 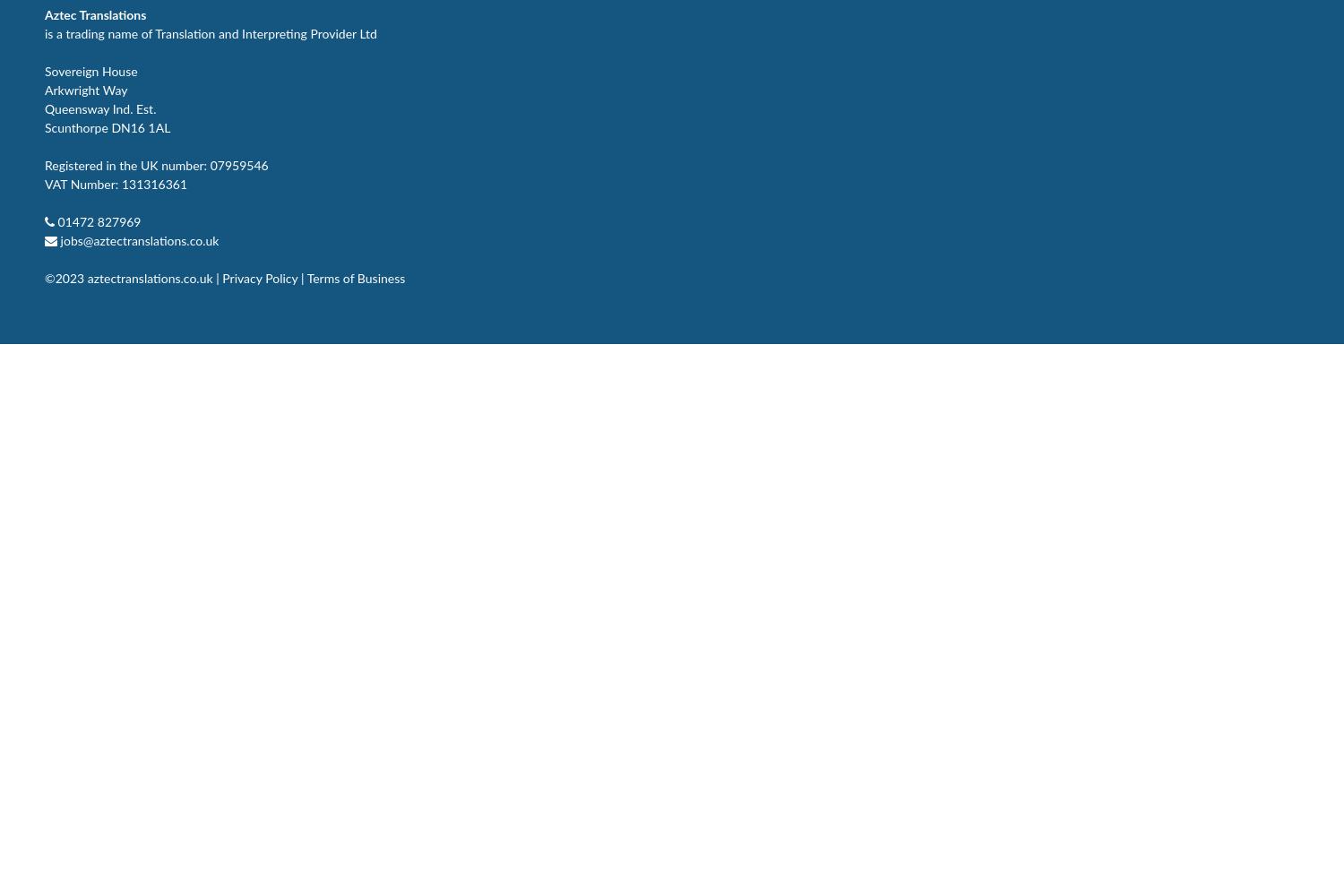 I want to click on 'Registered in the UK number: 07959546', so click(x=156, y=166).